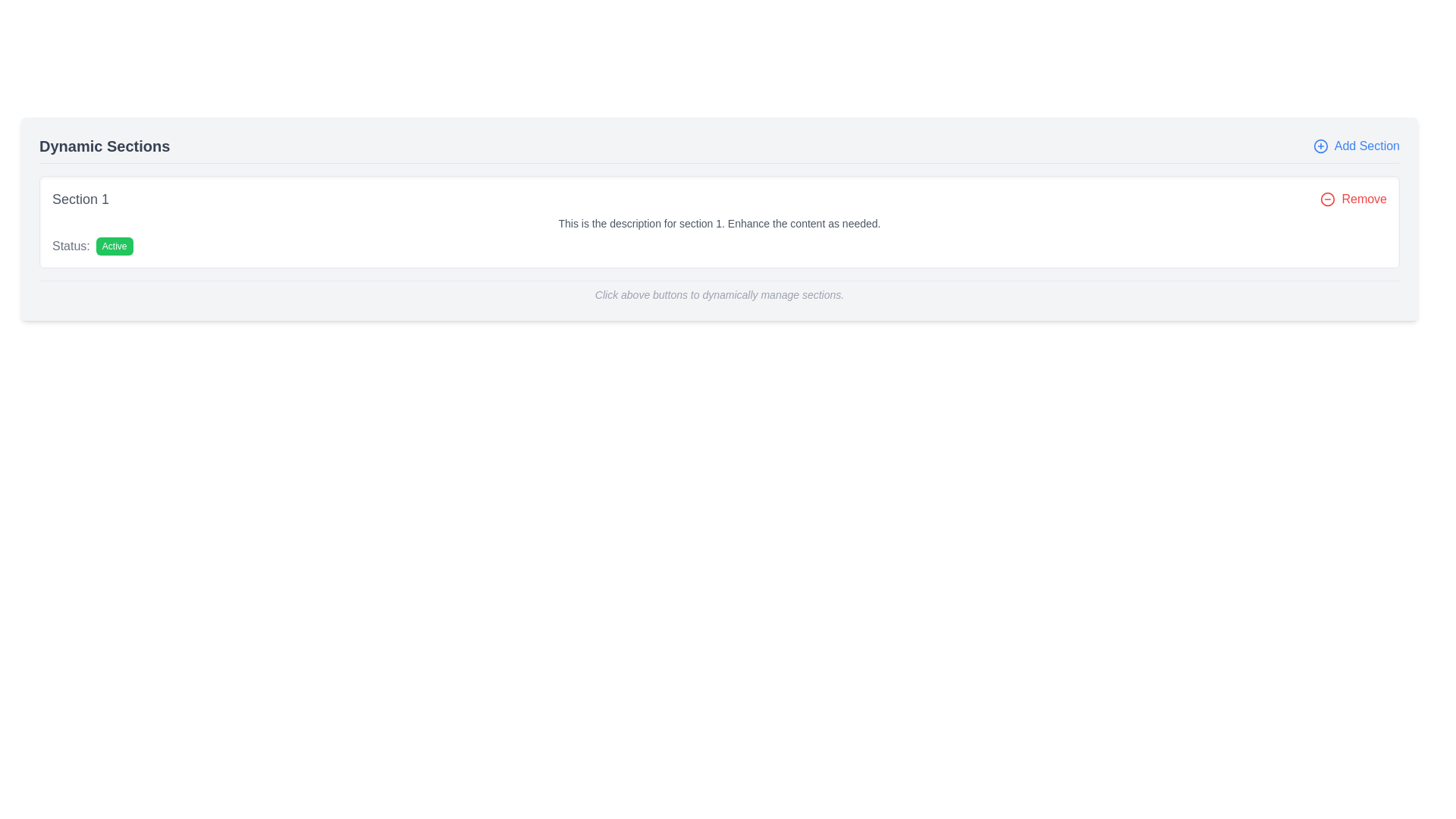  I want to click on the delete icon located in the top-right corner of the rectangular box labeled 'Section 1', which is part of the 'Dynamic Sections' interface, so click(1327, 198).